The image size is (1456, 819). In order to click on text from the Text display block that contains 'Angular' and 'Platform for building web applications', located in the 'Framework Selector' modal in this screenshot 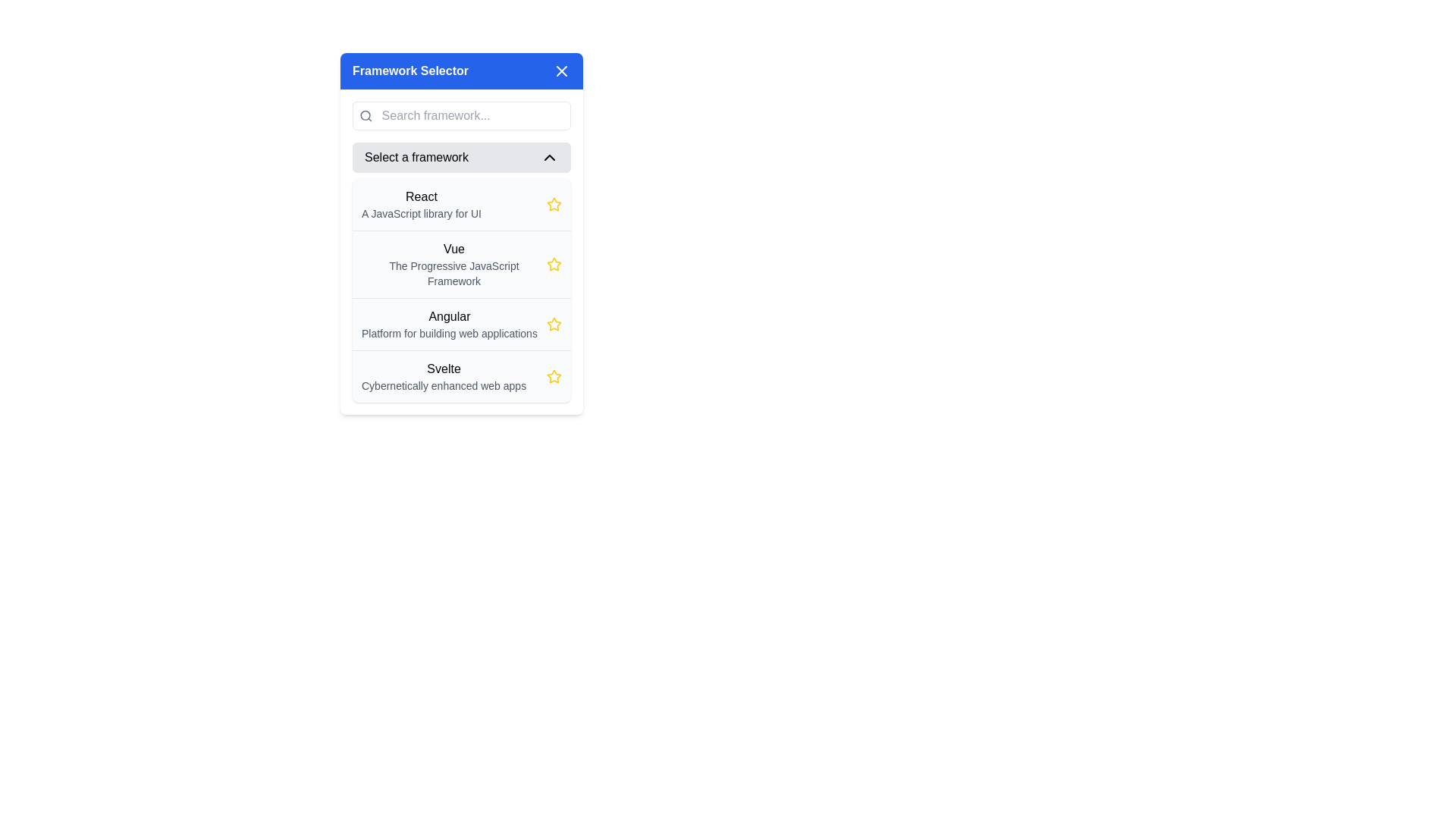, I will do `click(448, 324)`.